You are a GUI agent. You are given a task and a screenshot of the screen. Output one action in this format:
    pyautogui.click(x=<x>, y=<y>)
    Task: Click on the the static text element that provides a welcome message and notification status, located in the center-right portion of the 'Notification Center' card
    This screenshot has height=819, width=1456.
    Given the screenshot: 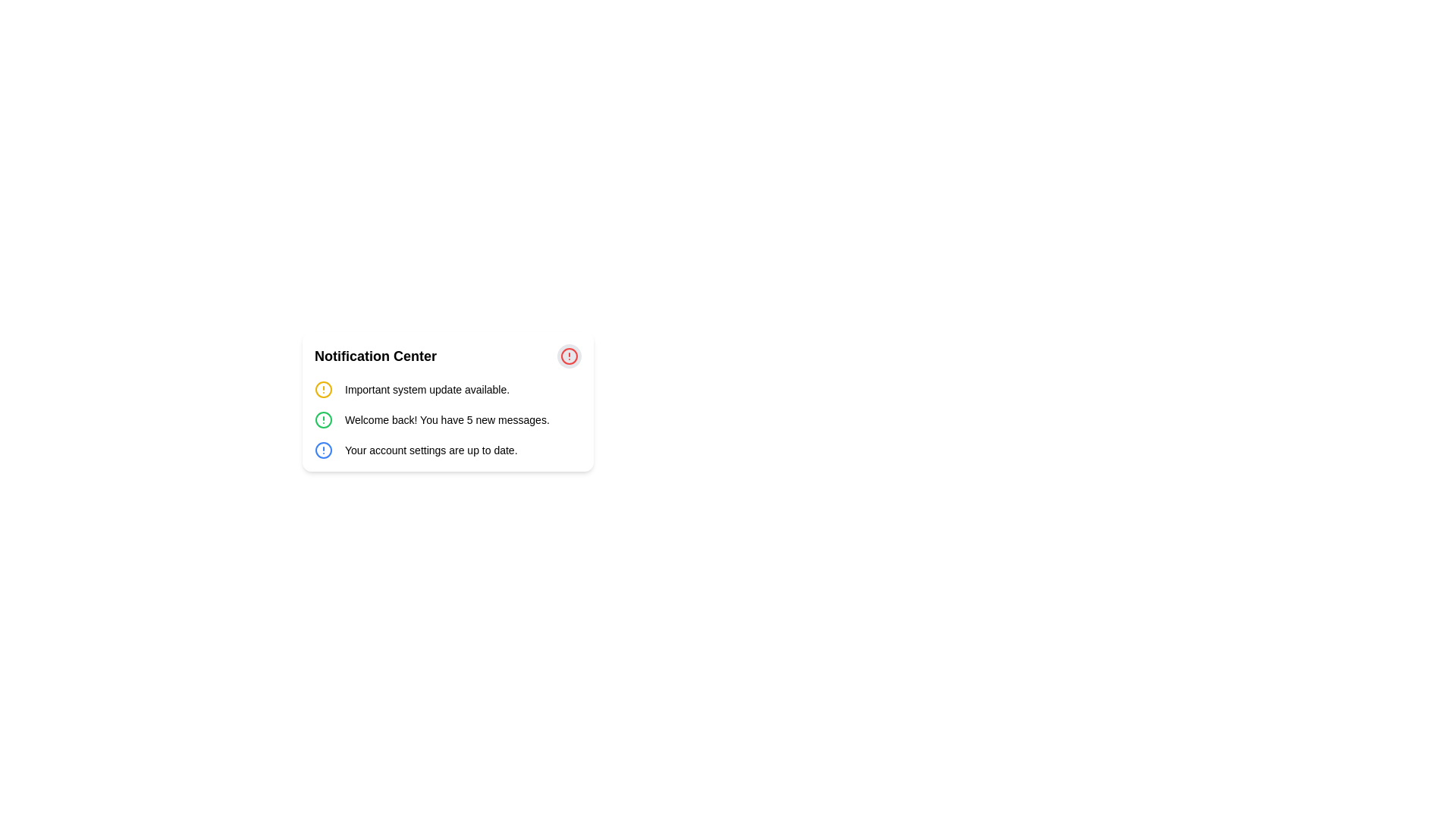 What is the action you would take?
    pyautogui.click(x=446, y=420)
    